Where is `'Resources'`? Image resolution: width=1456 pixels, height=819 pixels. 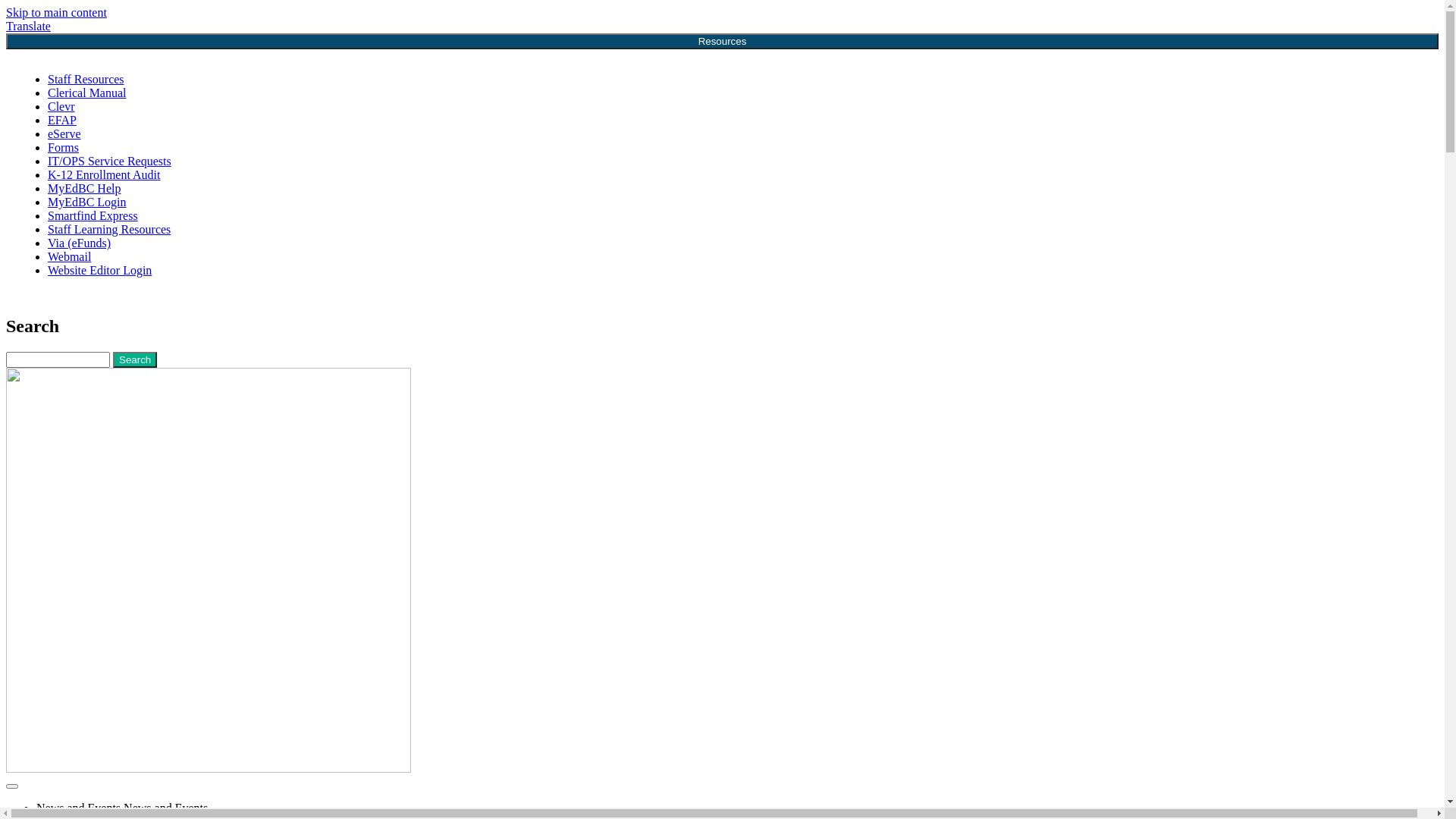
'Resources' is located at coordinates (721, 40).